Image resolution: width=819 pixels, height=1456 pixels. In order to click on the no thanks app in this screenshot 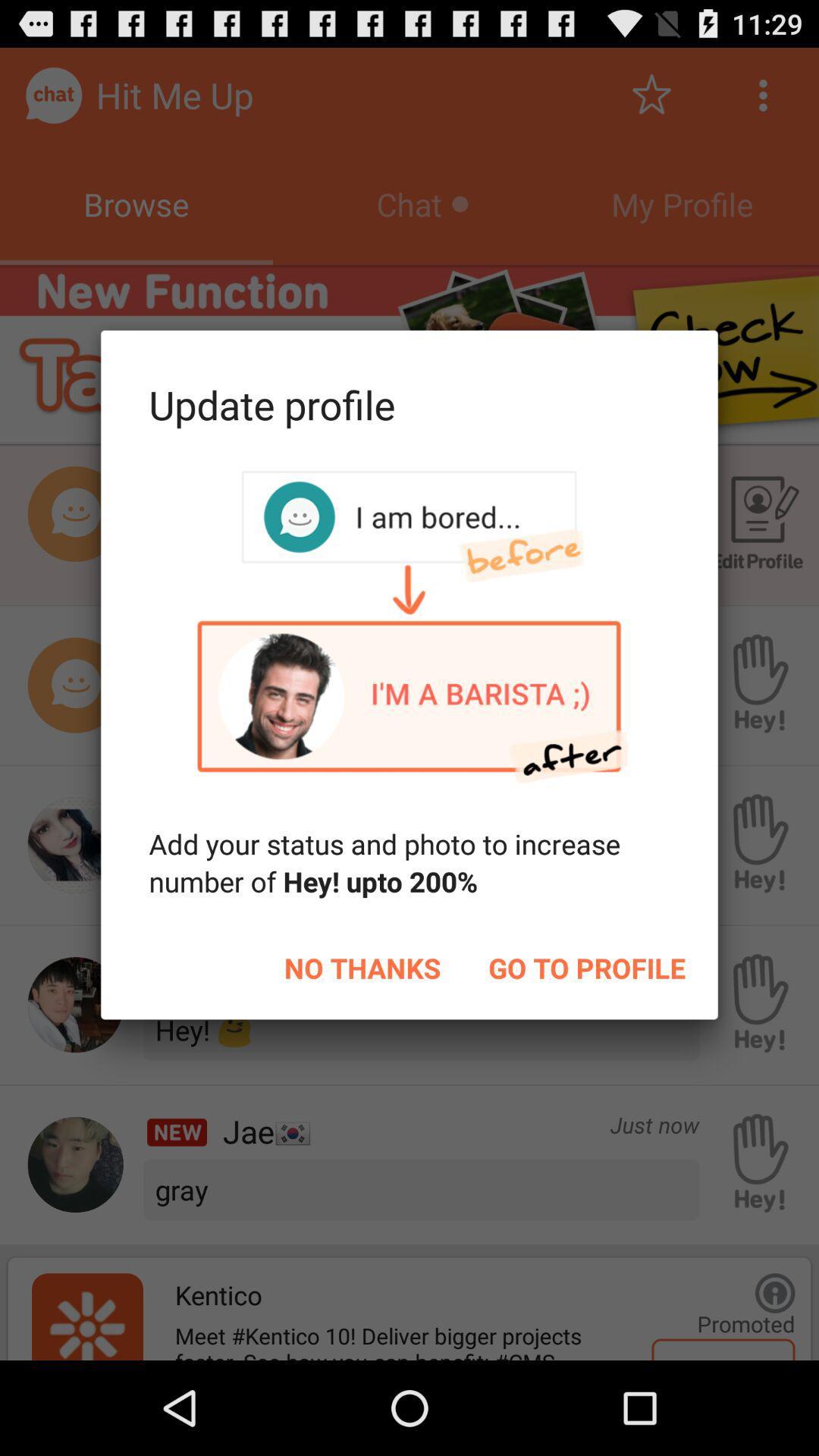, I will do `click(362, 967)`.